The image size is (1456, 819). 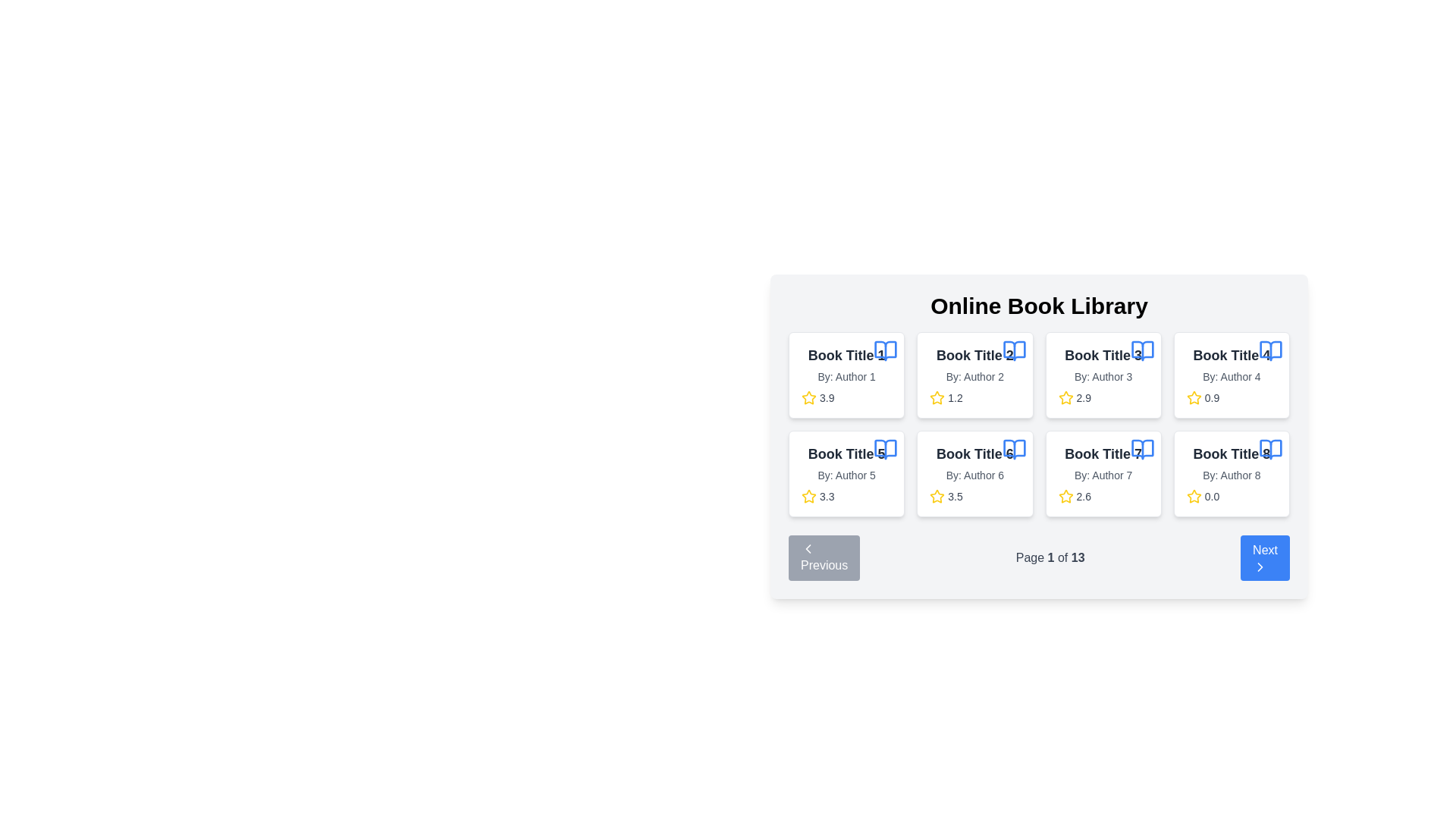 What do you see at coordinates (937, 397) in the screenshot?
I see `middle star icon associated with the second book card in the grid on the interface` at bounding box center [937, 397].